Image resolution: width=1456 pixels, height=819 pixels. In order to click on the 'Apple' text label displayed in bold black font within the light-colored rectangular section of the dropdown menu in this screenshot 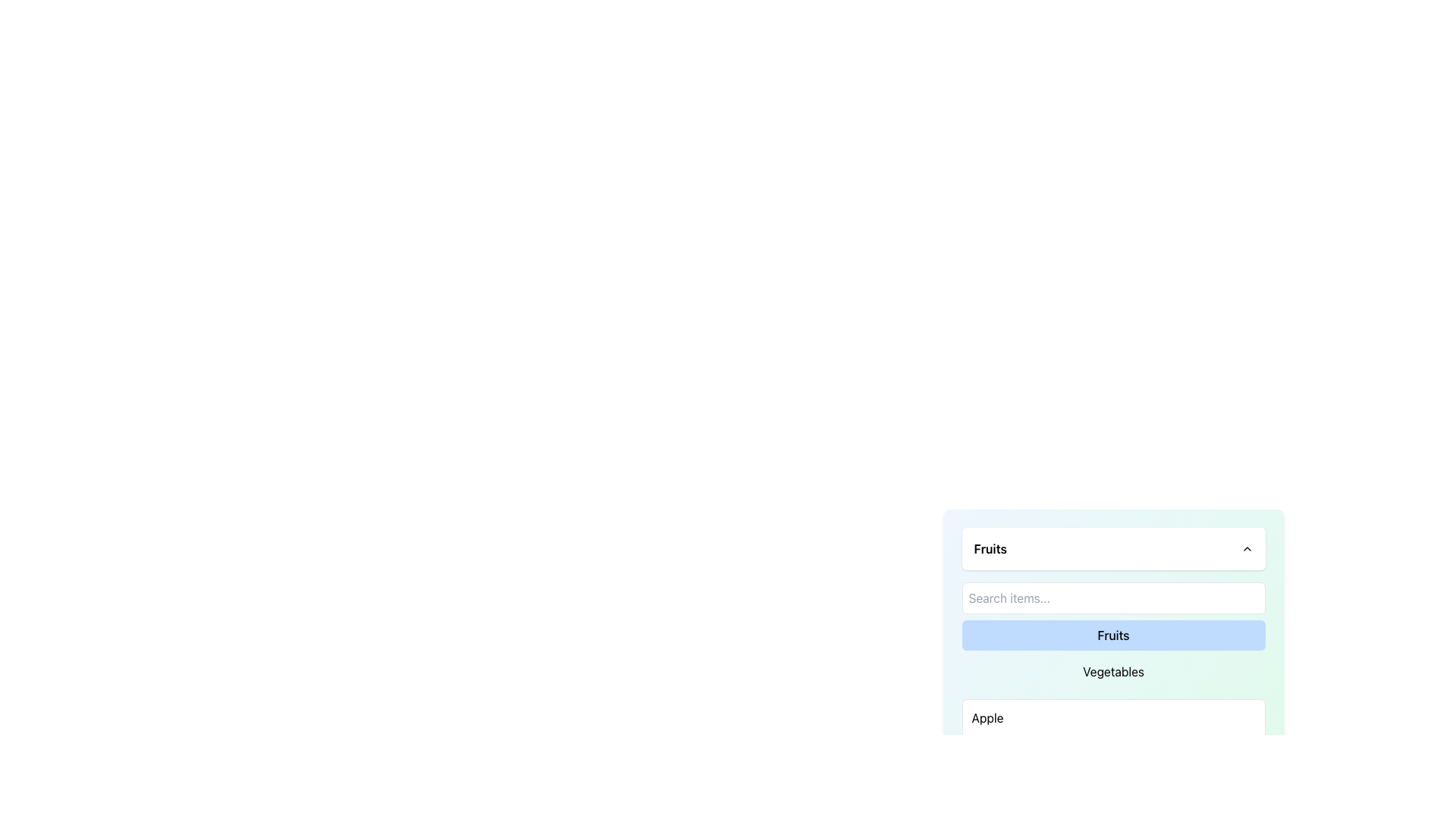, I will do `click(987, 717)`.